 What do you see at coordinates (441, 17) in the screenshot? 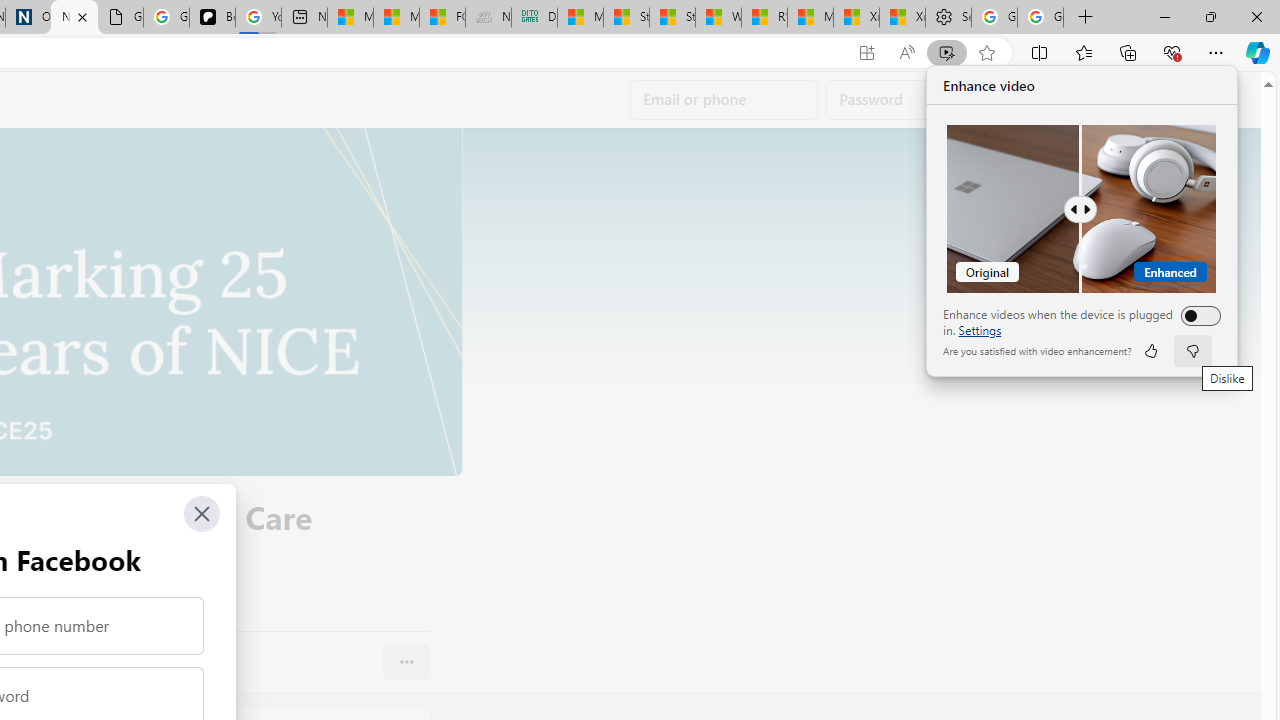
I see `'FOX News - MSN'` at bounding box center [441, 17].